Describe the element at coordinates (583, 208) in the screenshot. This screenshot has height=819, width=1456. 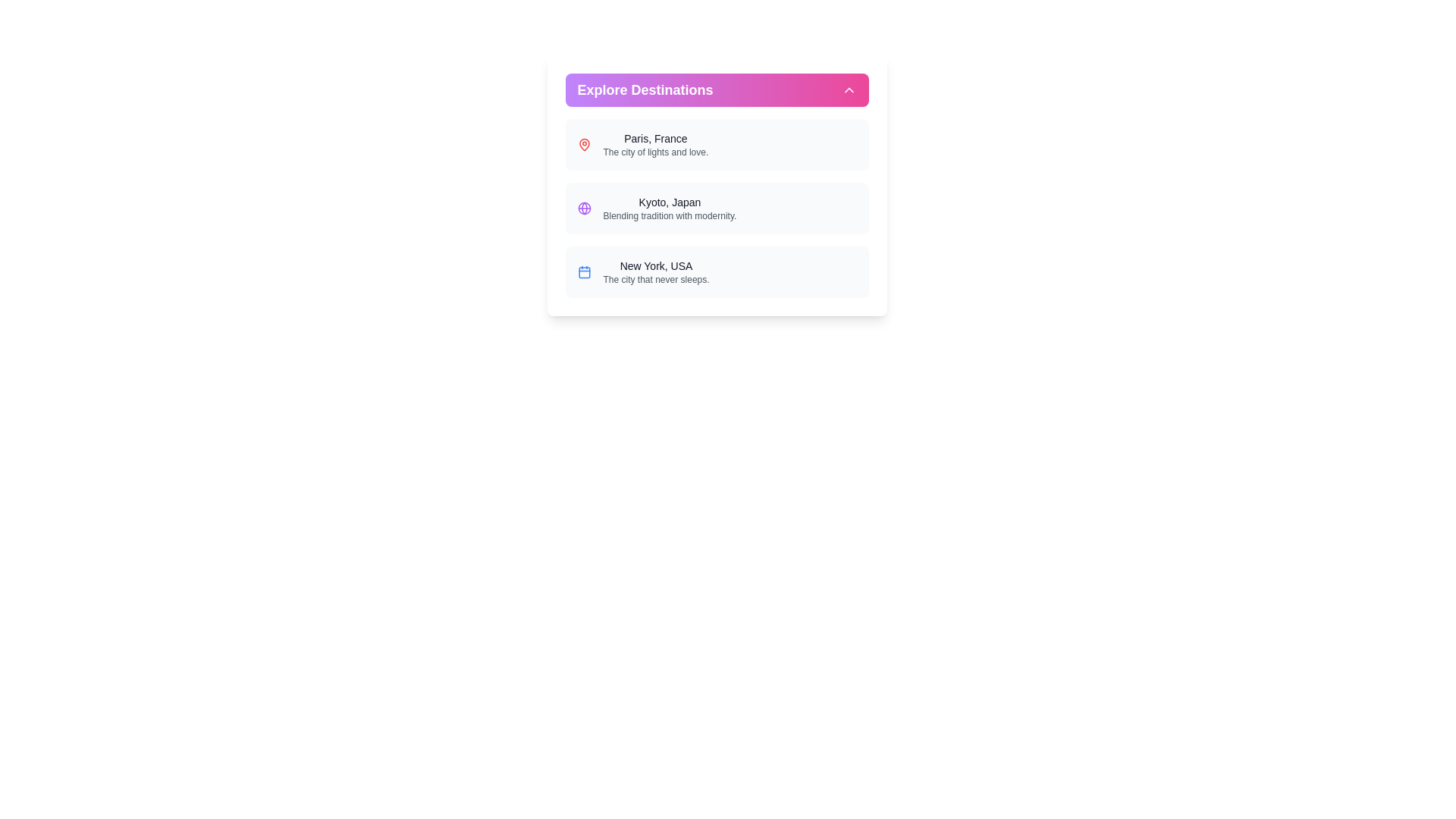
I see `the circular globe-like purple icon located to the left of the 'Kyoto, Japan' label in the 'Explore Destinations' list via tab navigation` at that location.